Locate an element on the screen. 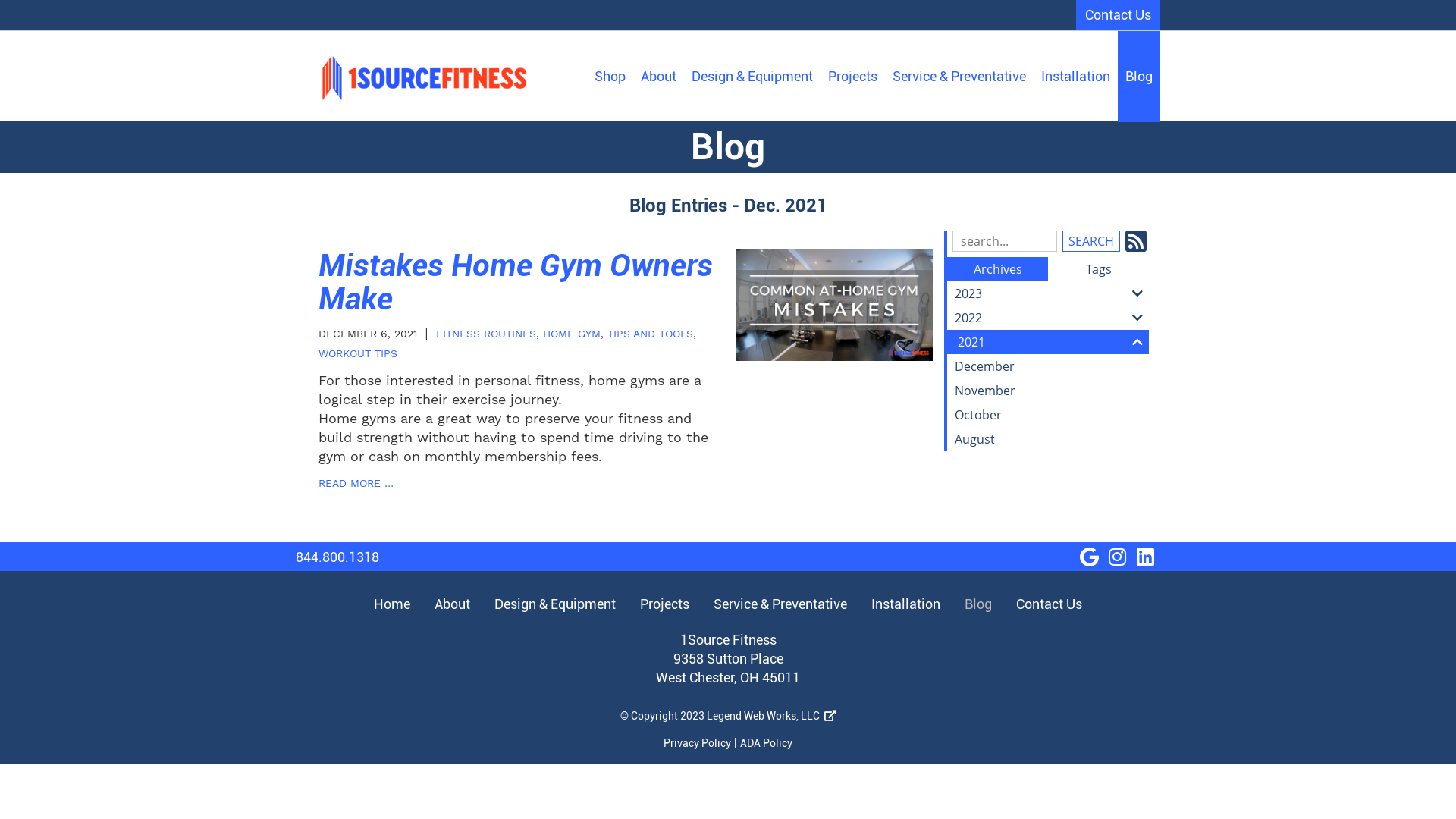 This screenshot has width=1456, height=819. 'Installation' is located at coordinates (1075, 76).